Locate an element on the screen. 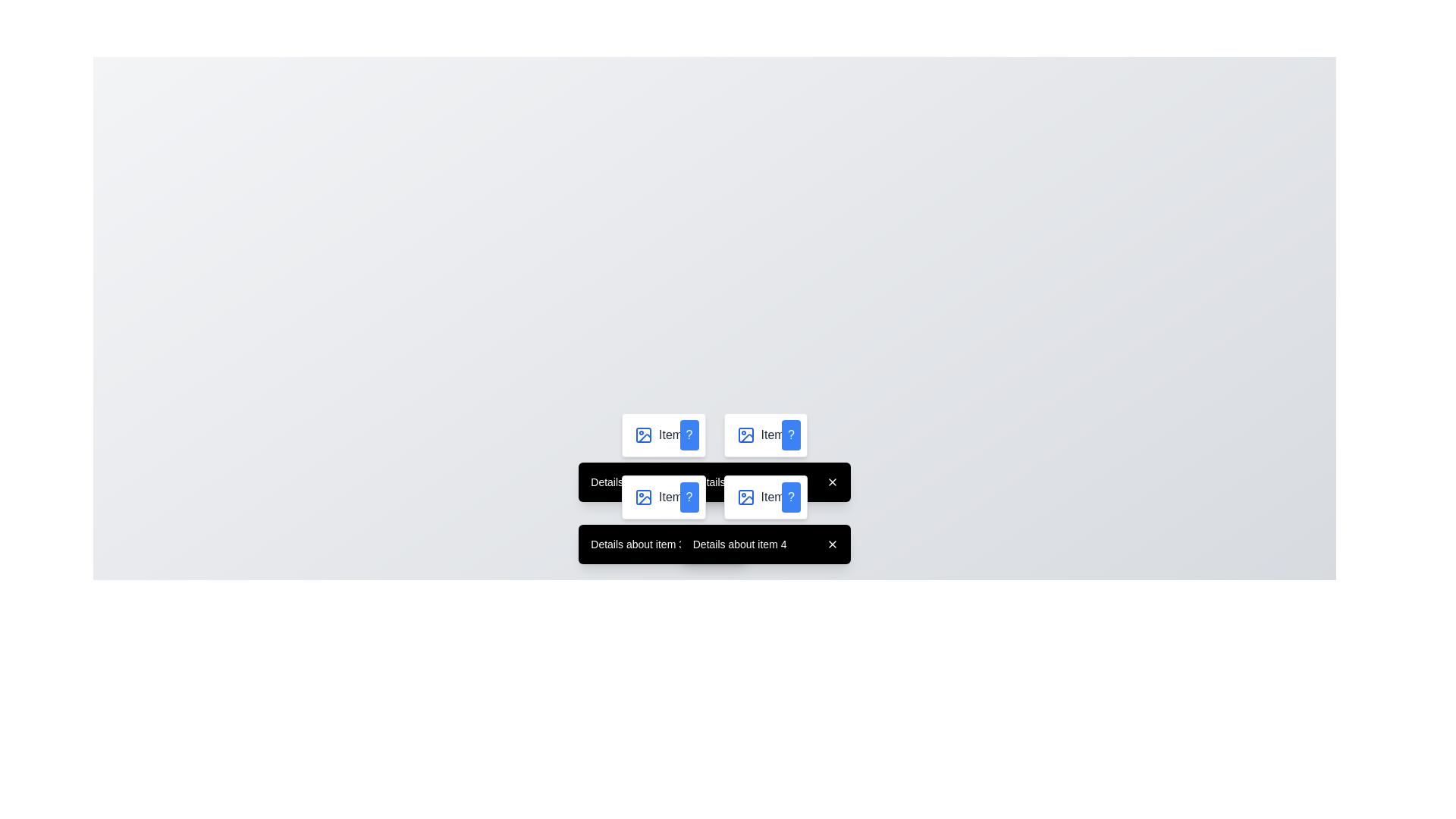 The height and width of the screenshot is (819, 1456). the 'Item 4' label or its adjacent graphic icon located in the middle row of the card interface is located at coordinates (764, 497).